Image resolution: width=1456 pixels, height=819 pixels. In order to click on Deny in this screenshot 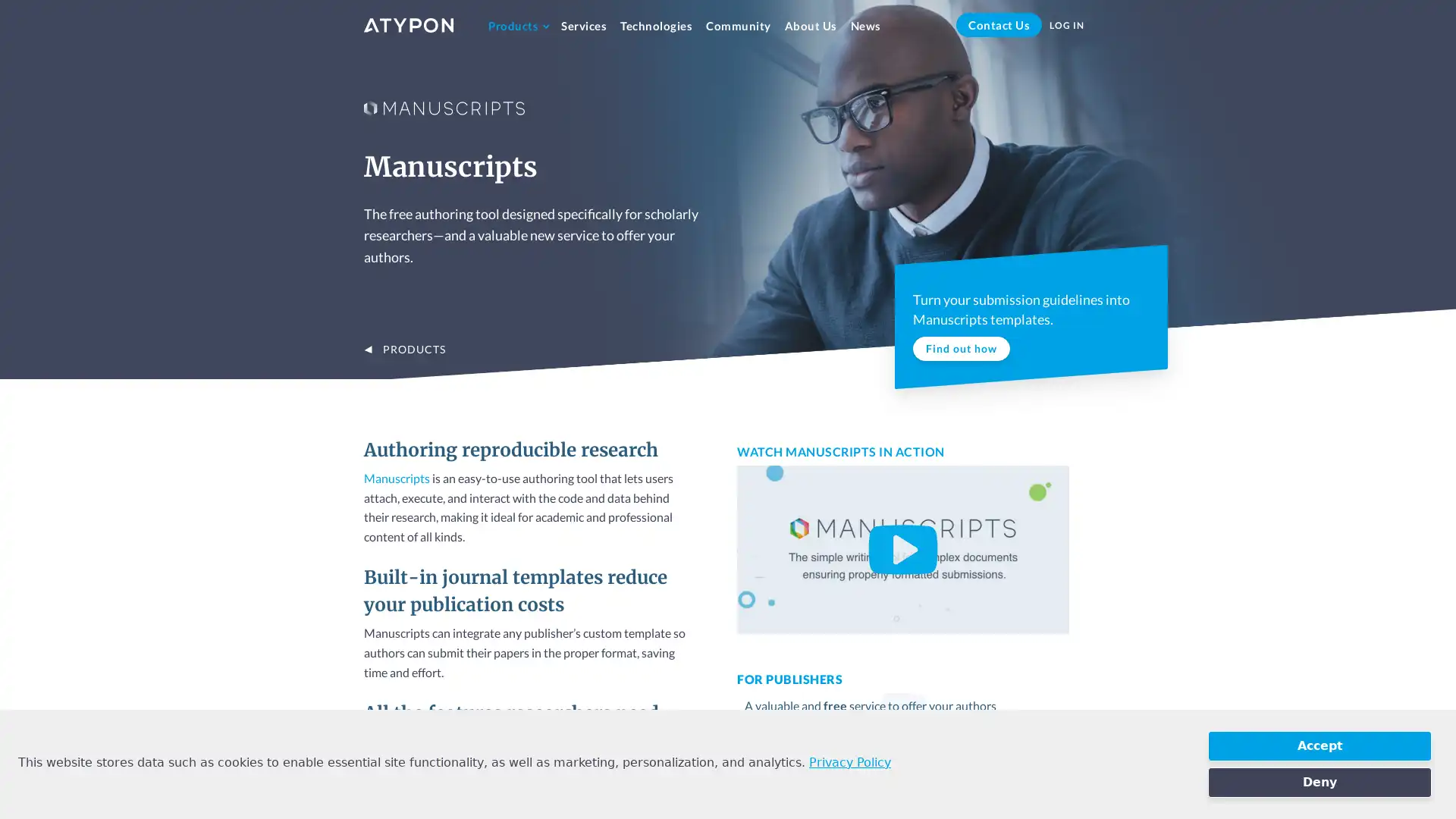, I will do `click(1319, 783)`.